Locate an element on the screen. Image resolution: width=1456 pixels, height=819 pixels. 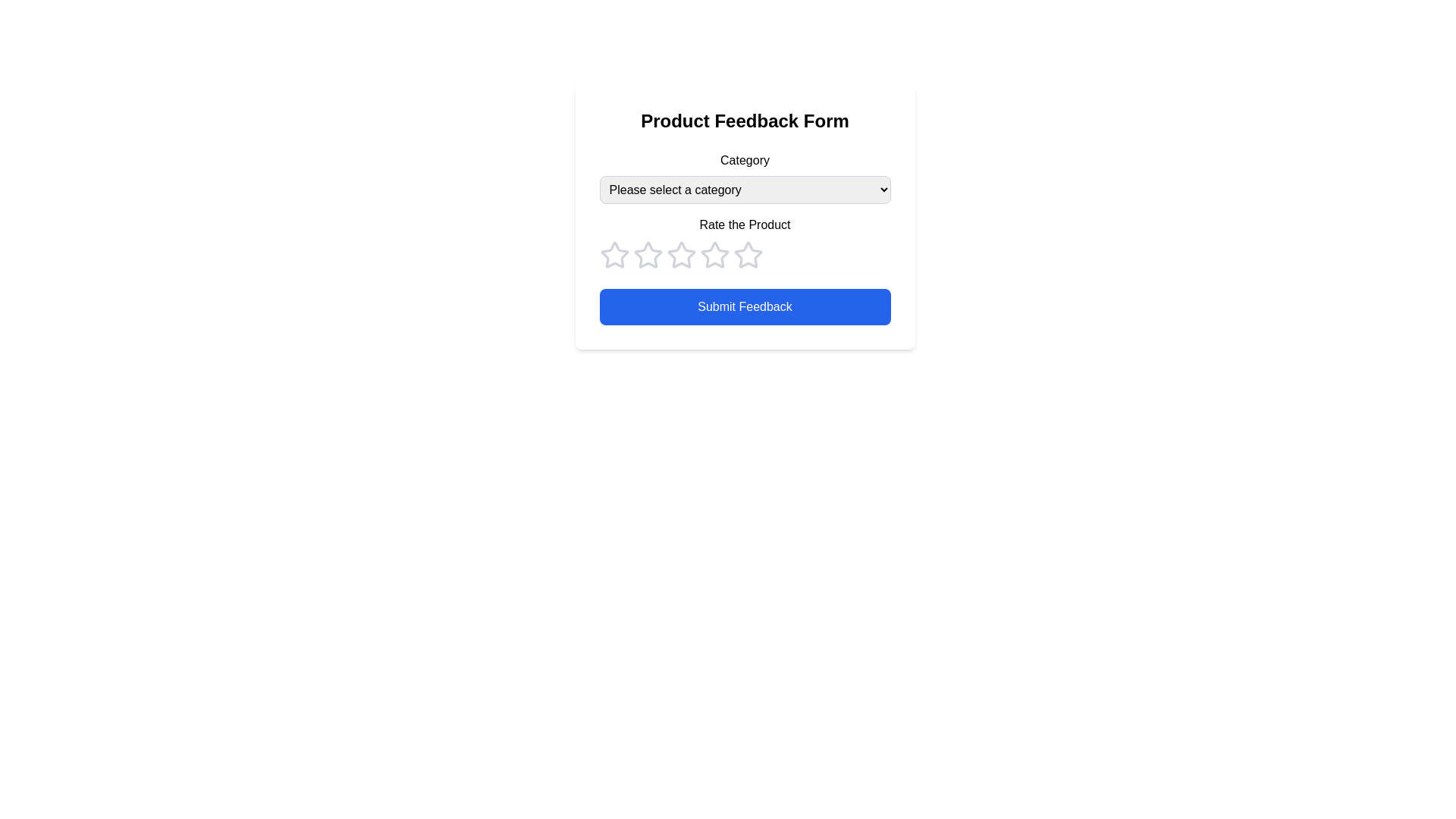
the second star icon in the series of five star icons, located beneath the 'Rate the Product' label is located at coordinates (648, 254).